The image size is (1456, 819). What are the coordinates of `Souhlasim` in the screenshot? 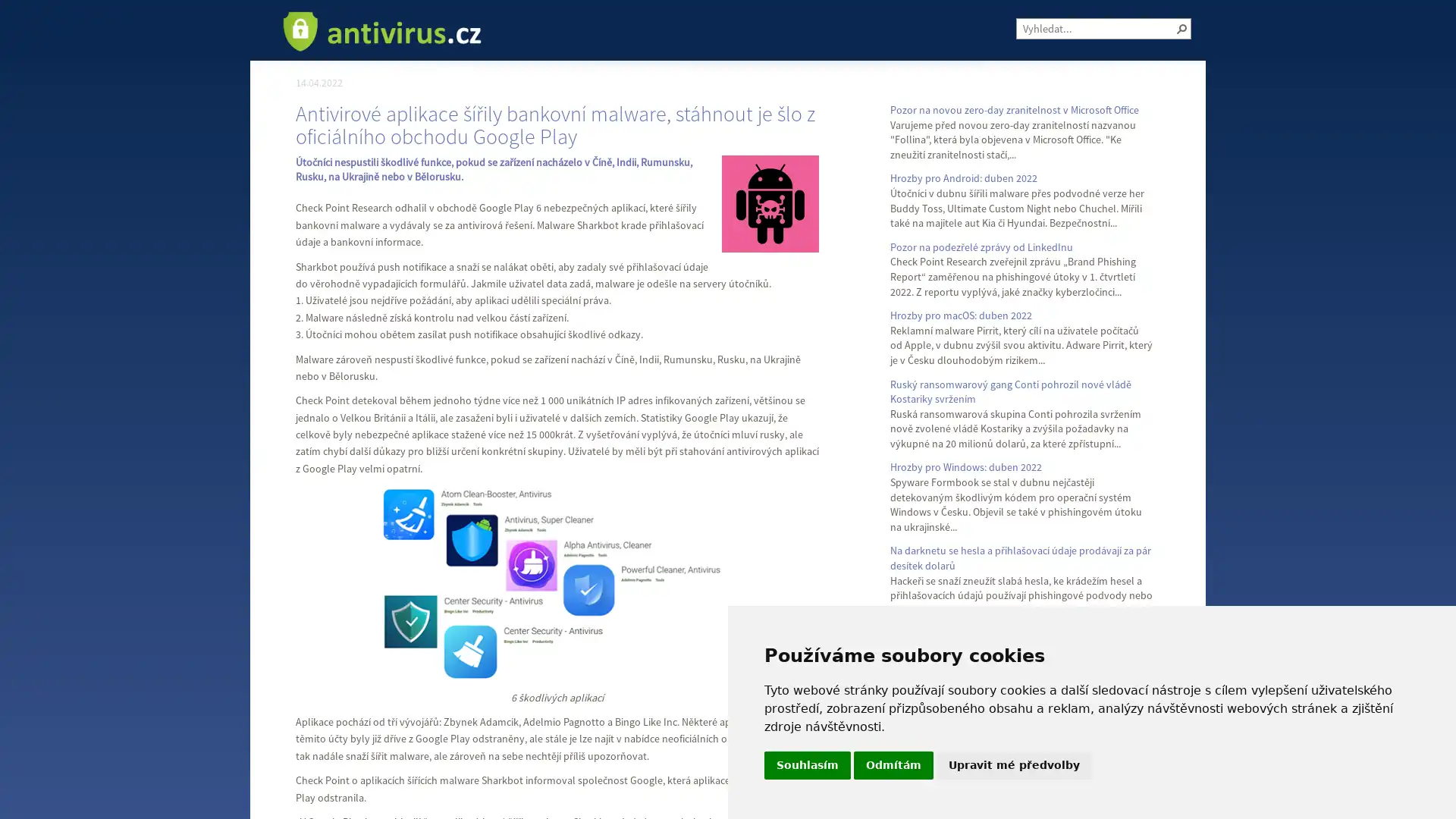 It's located at (807, 765).